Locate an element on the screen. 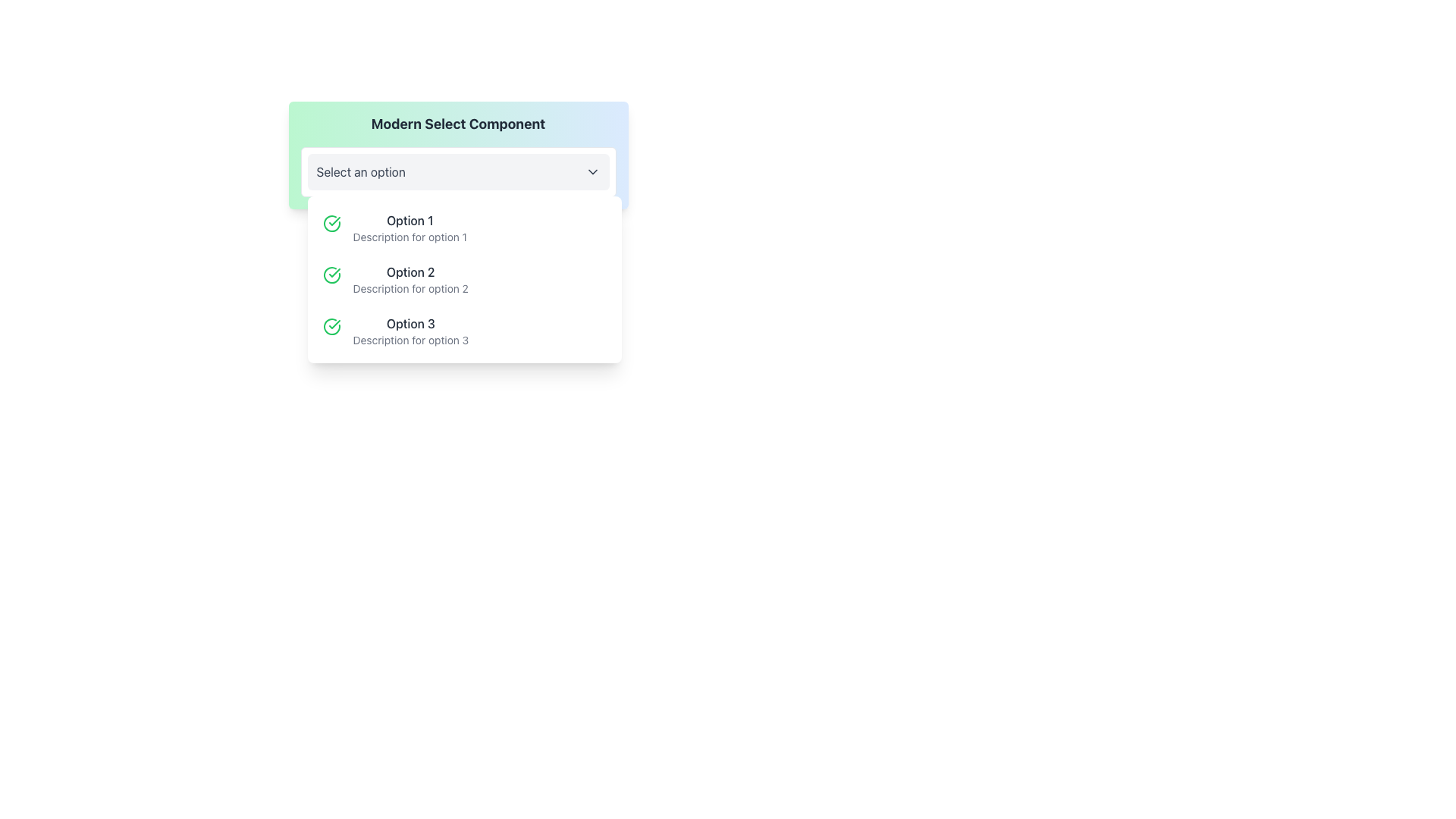  an option from the dropdown menu labeled 'Select an option' located below 'Modern Select Component' by clicking on it to open the list is located at coordinates (457, 155).